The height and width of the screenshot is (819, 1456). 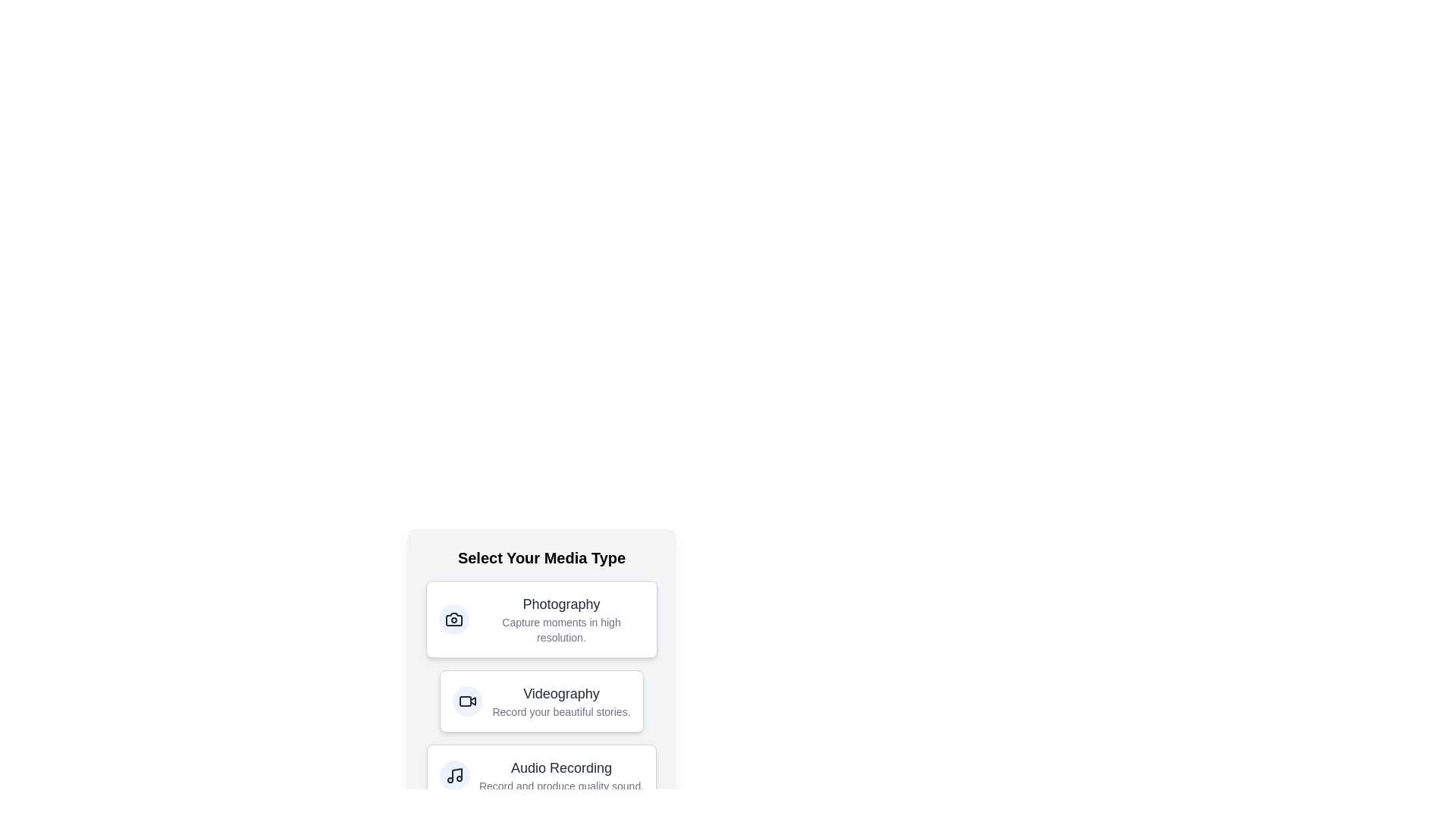 I want to click on the button corresponding to the media type Audio Recording, so click(x=541, y=775).